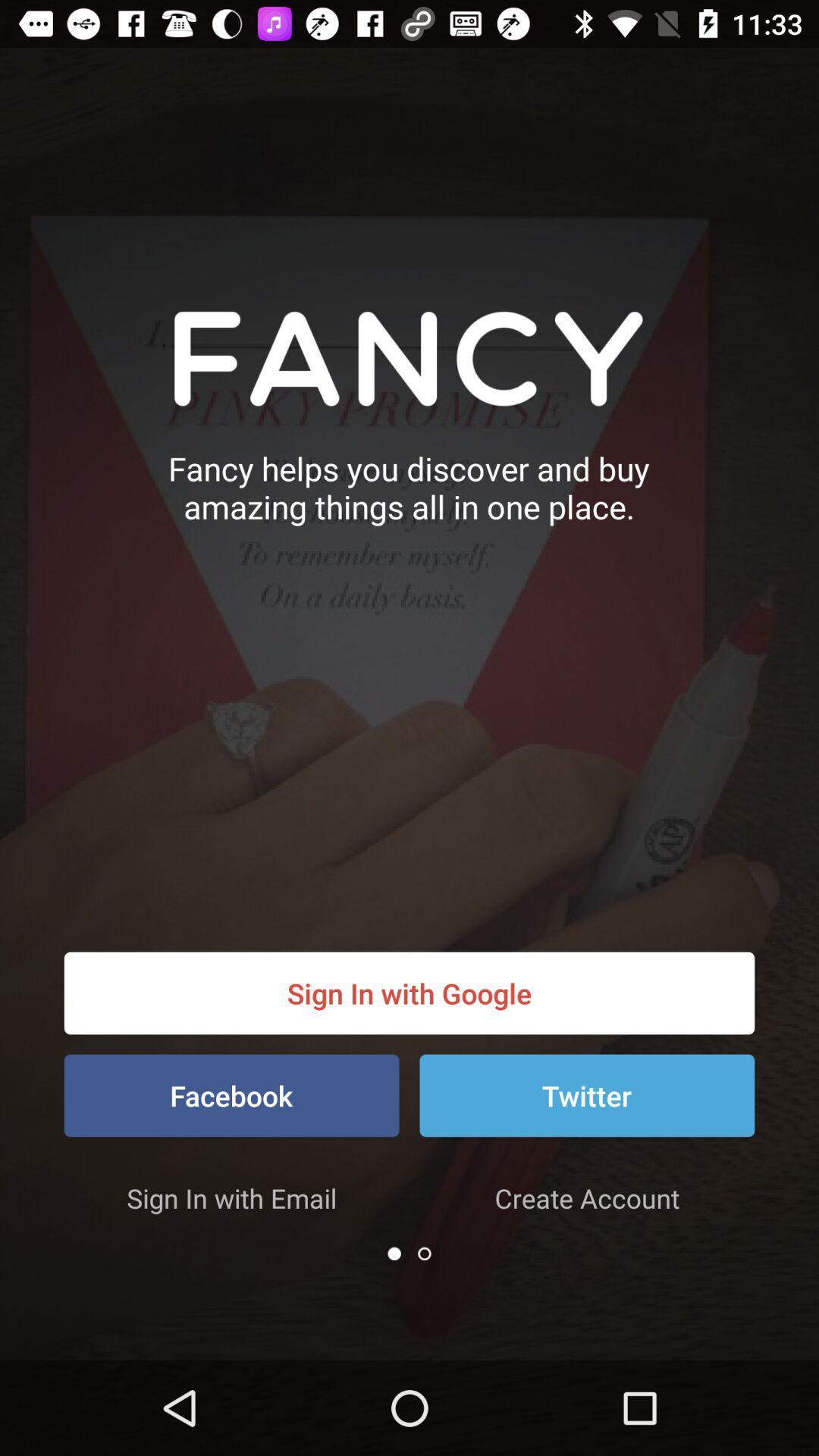 Image resolution: width=819 pixels, height=1456 pixels. Describe the element at coordinates (231, 1095) in the screenshot. I see `item above sign in with` at that location.